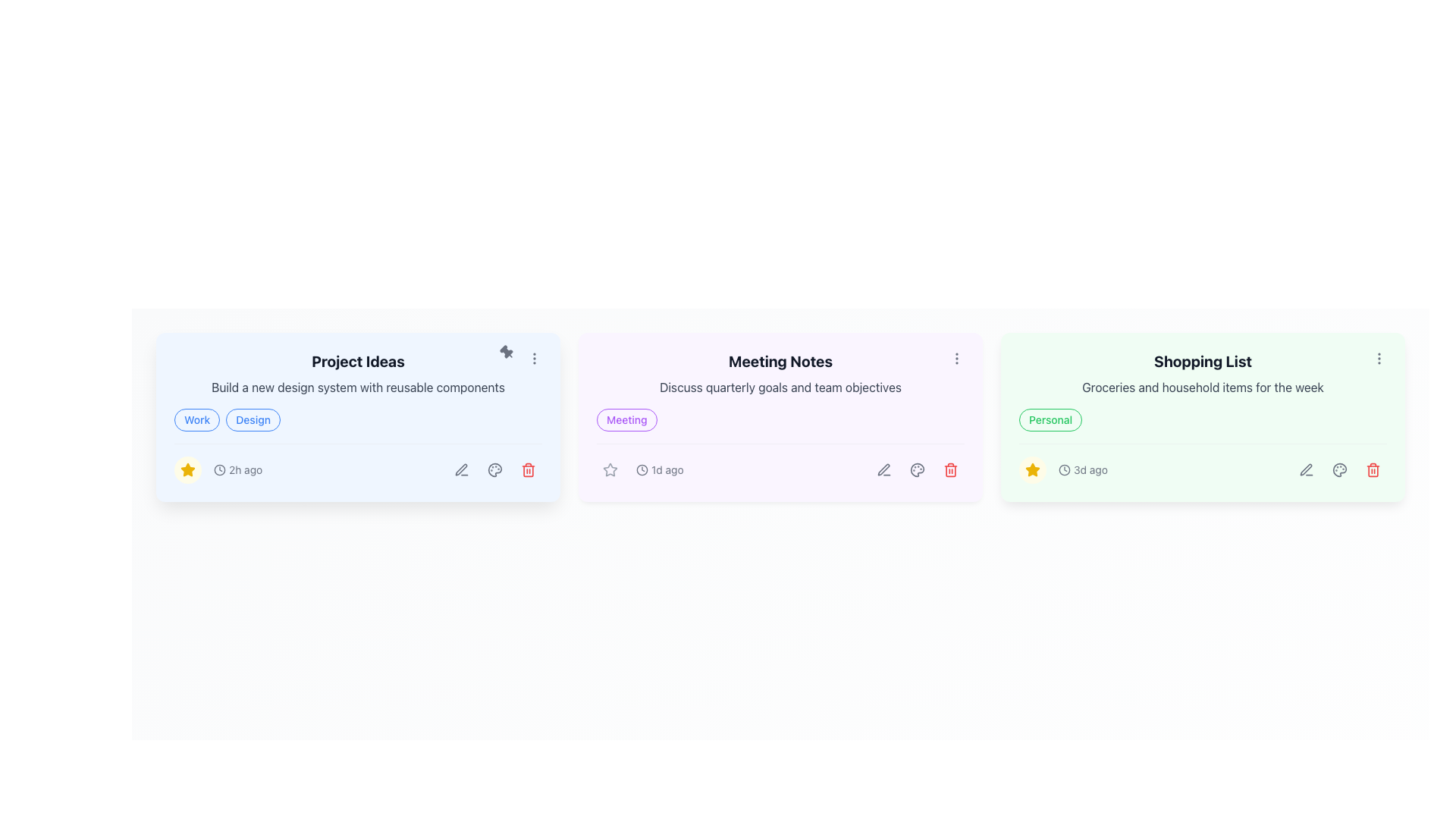 The width and height of the screenshot is (1456, 819). Describe the element at coordinates (1032, 469) in the screenshot. I see `the star icon in the bottom-left corner of the 'Project Ideas' card` at that location.